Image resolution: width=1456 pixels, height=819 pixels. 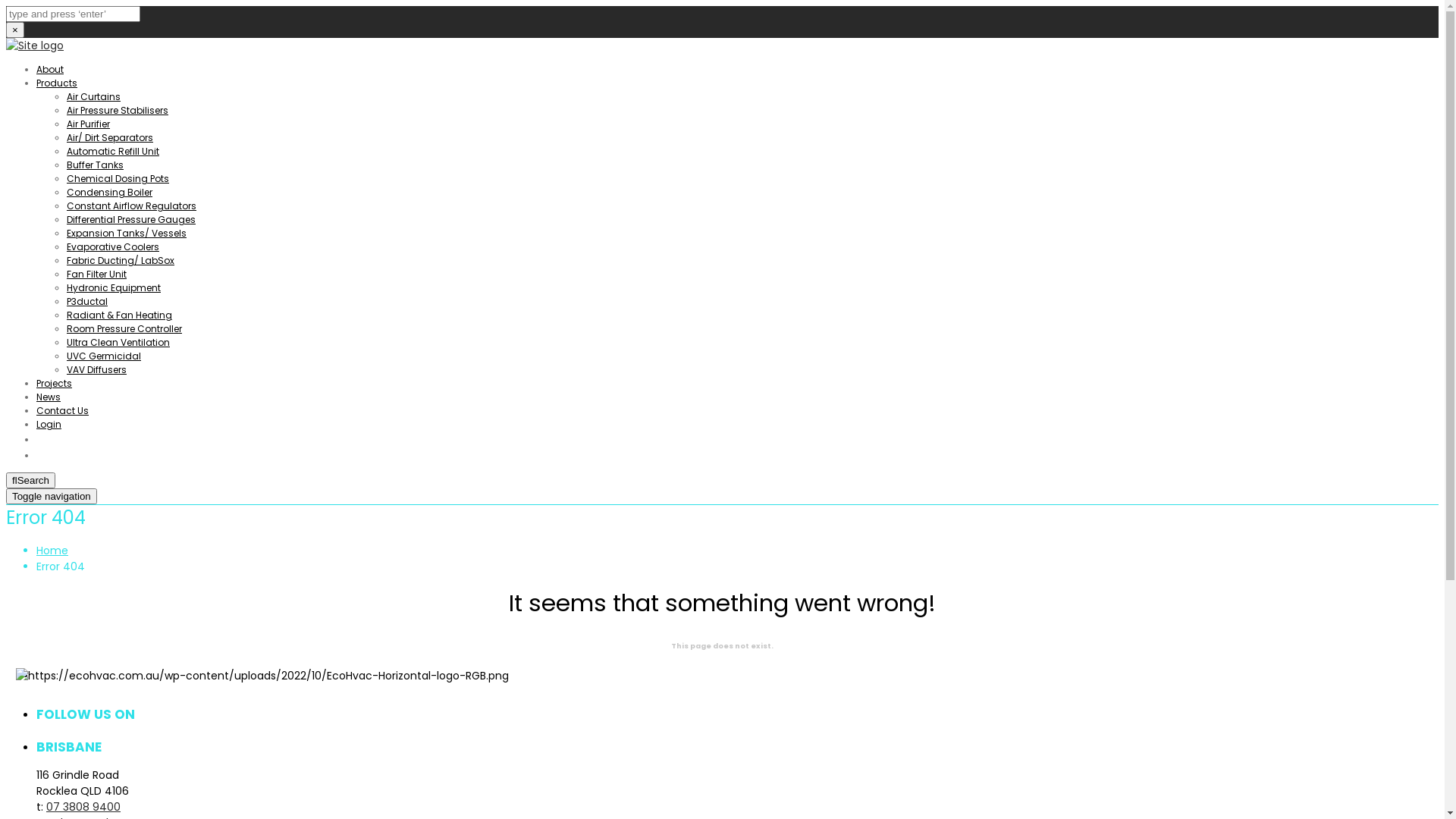 What do you see at coordinates (65, 369) in the screenshot?
I see `'VAV Diffusers'` at bounding box center [65, 369].